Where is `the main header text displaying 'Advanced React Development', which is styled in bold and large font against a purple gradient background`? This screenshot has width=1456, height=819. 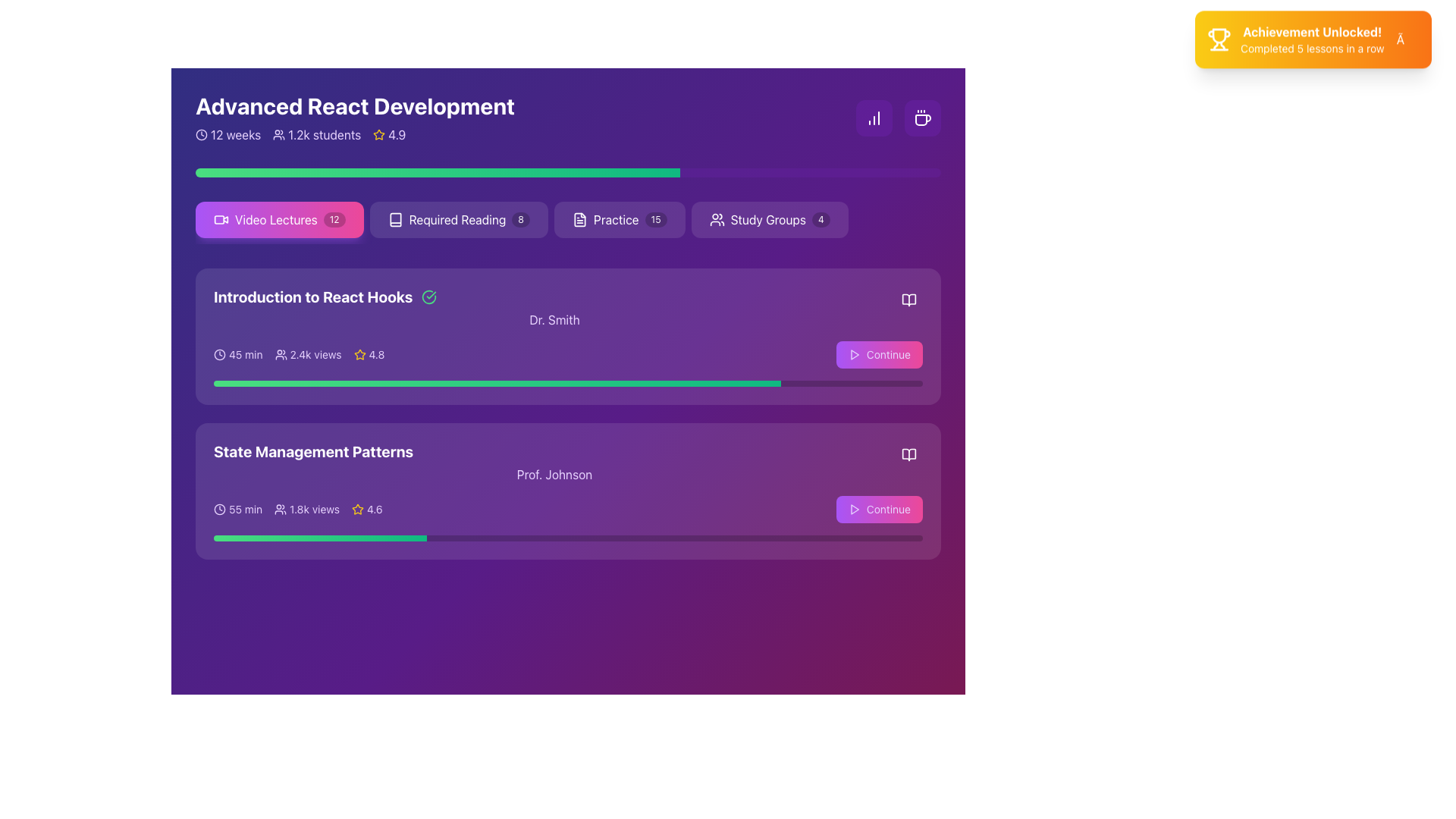 the main header text displaying 'Advanced React Development', which is styled in bold and large font against a purple gradient background is located at coordinates (354, 105).